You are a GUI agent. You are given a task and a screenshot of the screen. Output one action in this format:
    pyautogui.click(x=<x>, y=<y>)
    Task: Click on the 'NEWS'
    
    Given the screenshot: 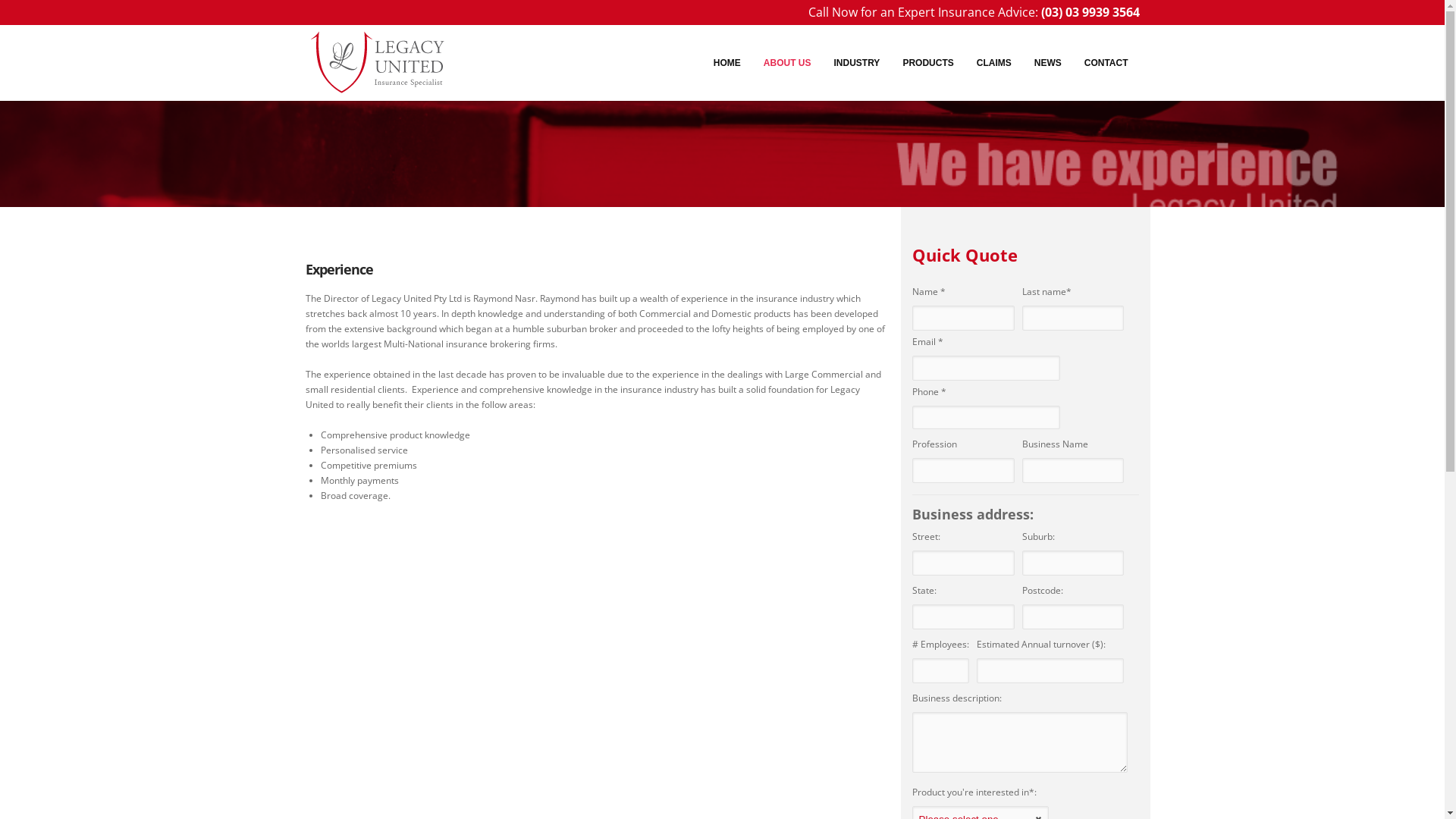 What is the action you would take?
    pyautogui.click(x=1047, y=62)
    